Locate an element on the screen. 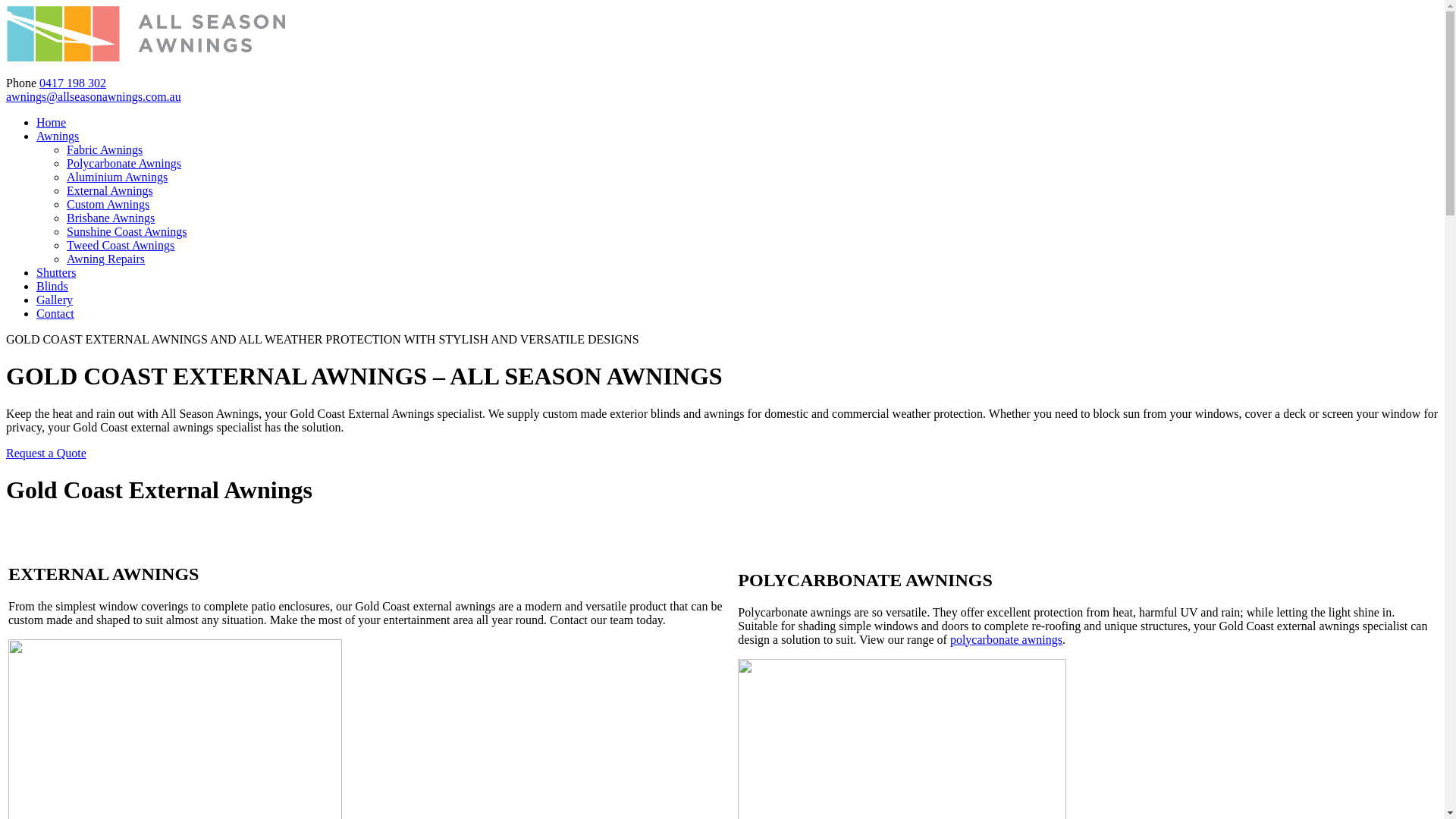 The width and height of the screenshot is (1456, 819). 'Sunshine Coast Awnings' is located at coordinates (65, 231).